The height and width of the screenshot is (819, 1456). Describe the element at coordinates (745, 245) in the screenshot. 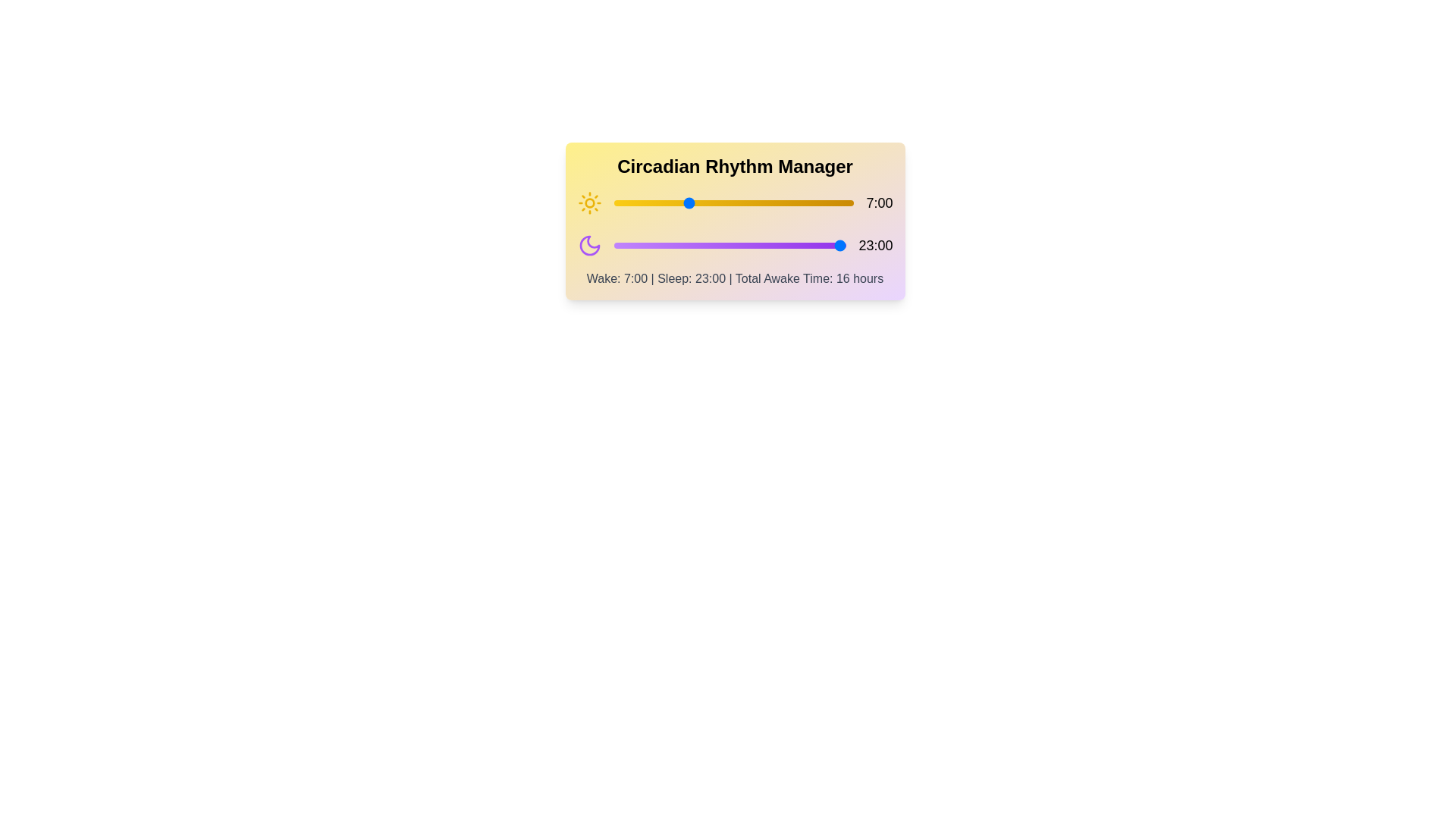

I see `the sleep hour slider to 13` at that location.